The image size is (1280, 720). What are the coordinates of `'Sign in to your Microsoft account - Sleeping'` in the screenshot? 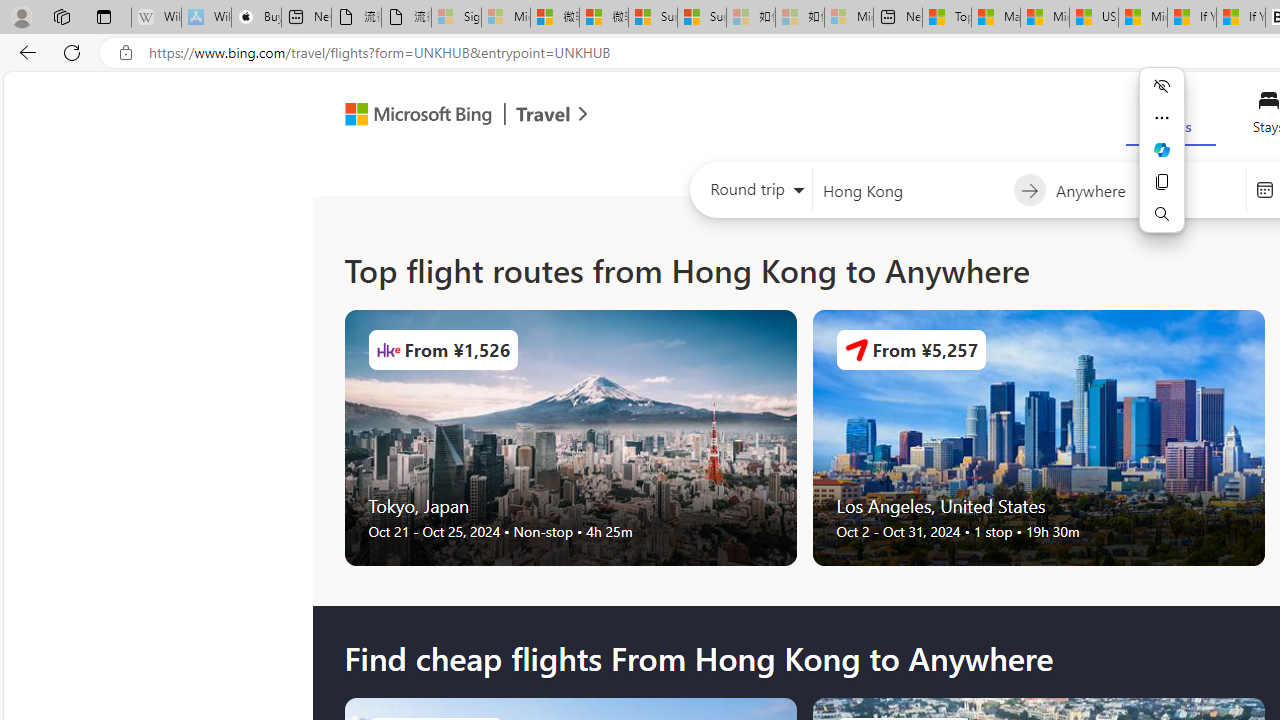 It's located at (455, 17).